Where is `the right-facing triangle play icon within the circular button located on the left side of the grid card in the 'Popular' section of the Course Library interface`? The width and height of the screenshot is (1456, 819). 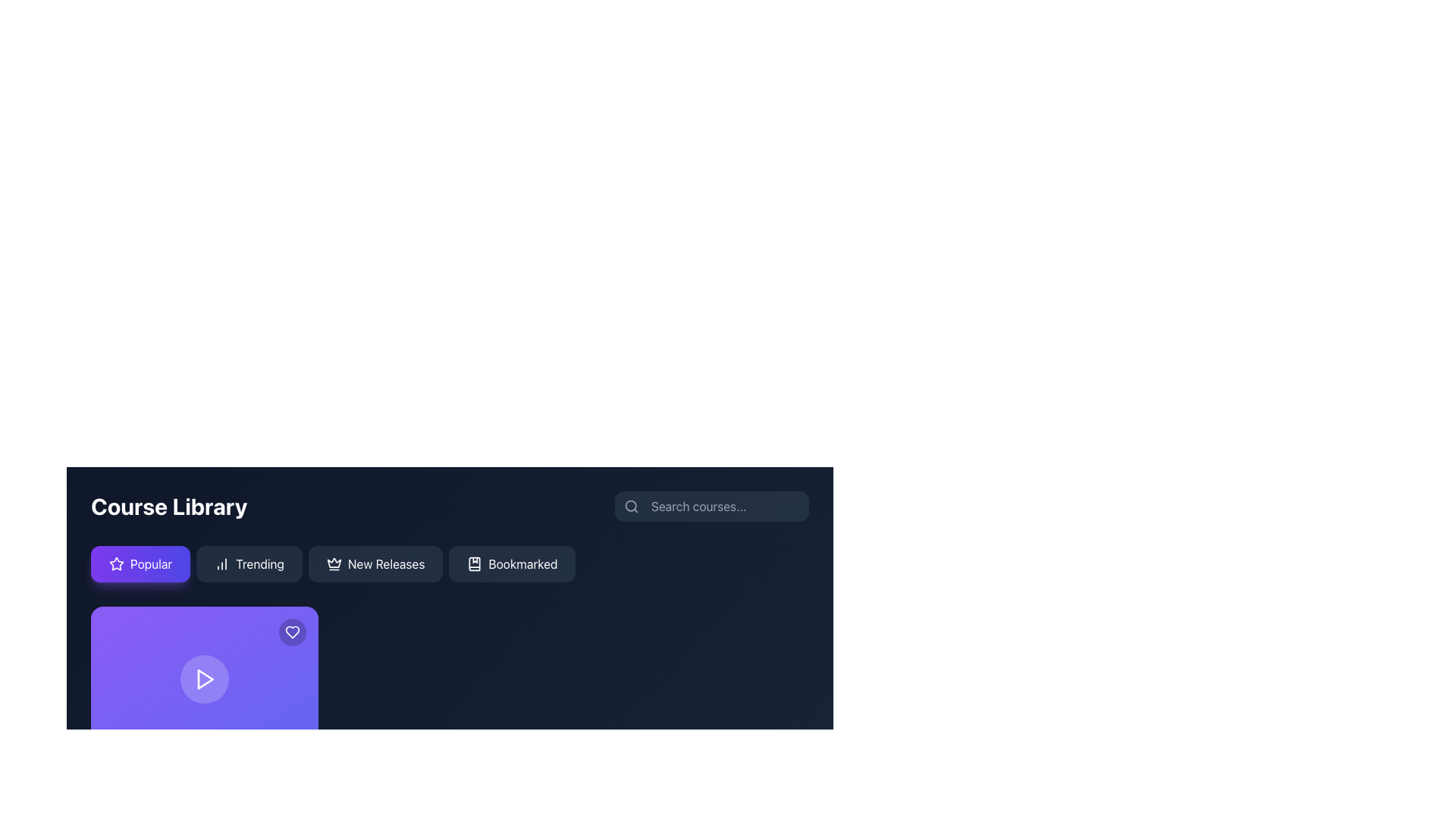 the right-facing triangle play icon within the circular button located on the left side of the grid card in the 'Popular' section of the Course Library interface is located at coordinates (205, 678).